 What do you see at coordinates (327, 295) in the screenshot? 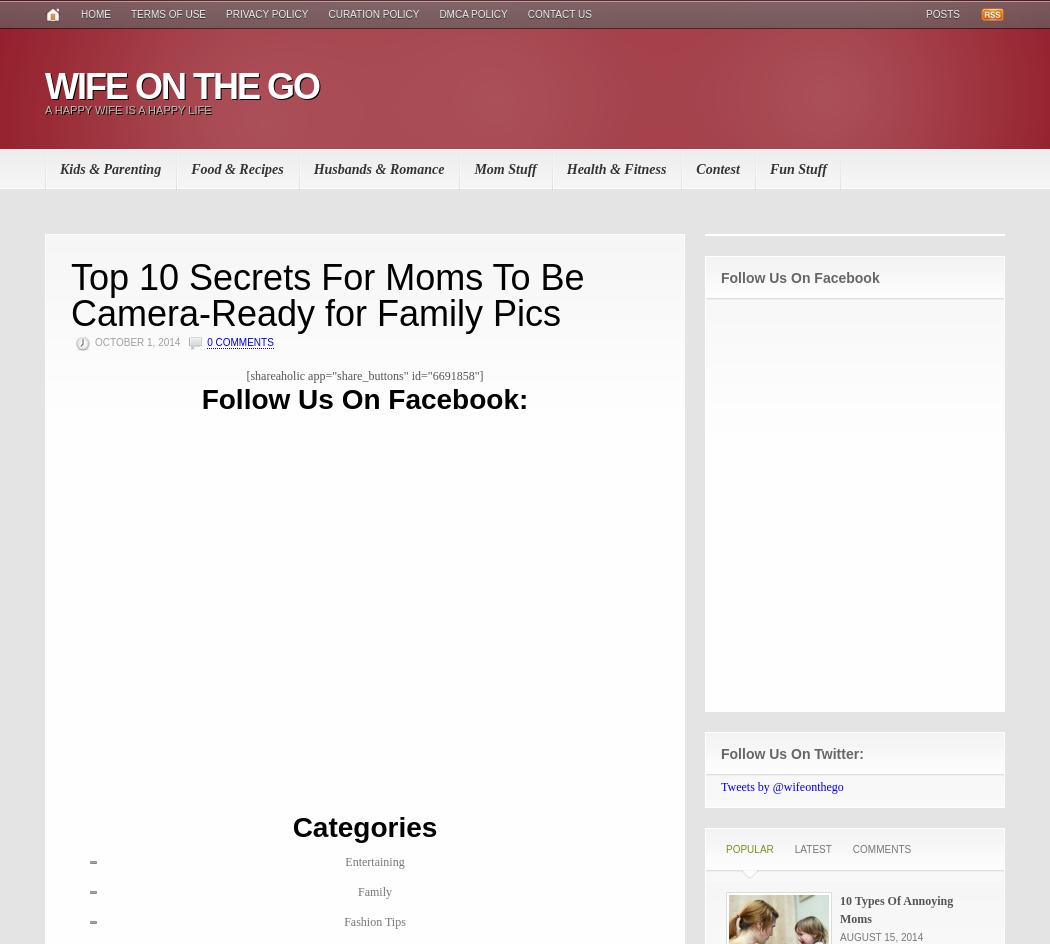
I see `'Top 10 Secrets For Moms To Be Camera-Ready for Family Pics'` at bounding box center [327, 295].